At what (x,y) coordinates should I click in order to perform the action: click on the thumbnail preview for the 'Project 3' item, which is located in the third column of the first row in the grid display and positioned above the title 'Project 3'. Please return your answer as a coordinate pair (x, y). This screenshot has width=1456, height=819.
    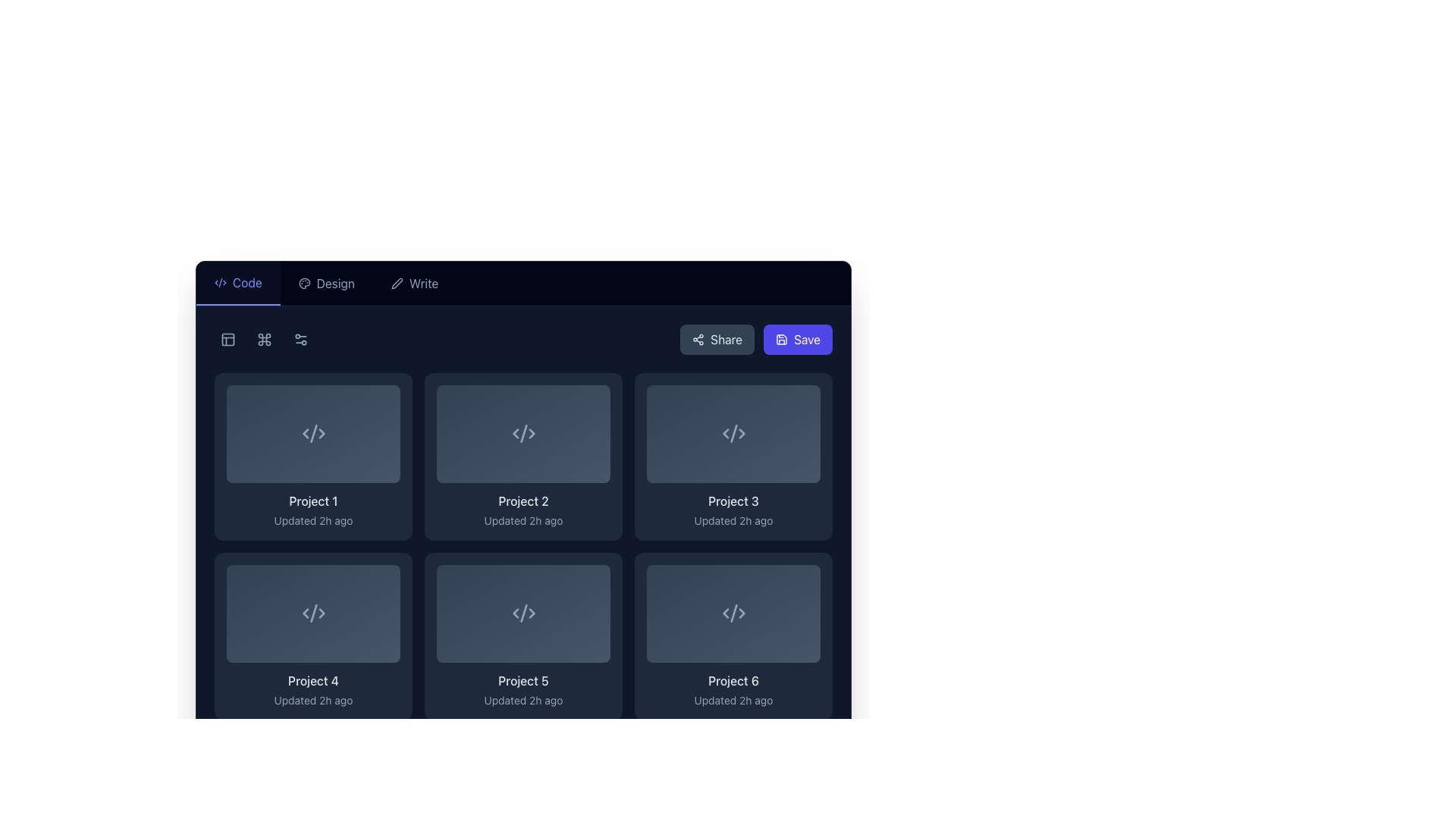
    Looking at the image, I should click on (733, 434).